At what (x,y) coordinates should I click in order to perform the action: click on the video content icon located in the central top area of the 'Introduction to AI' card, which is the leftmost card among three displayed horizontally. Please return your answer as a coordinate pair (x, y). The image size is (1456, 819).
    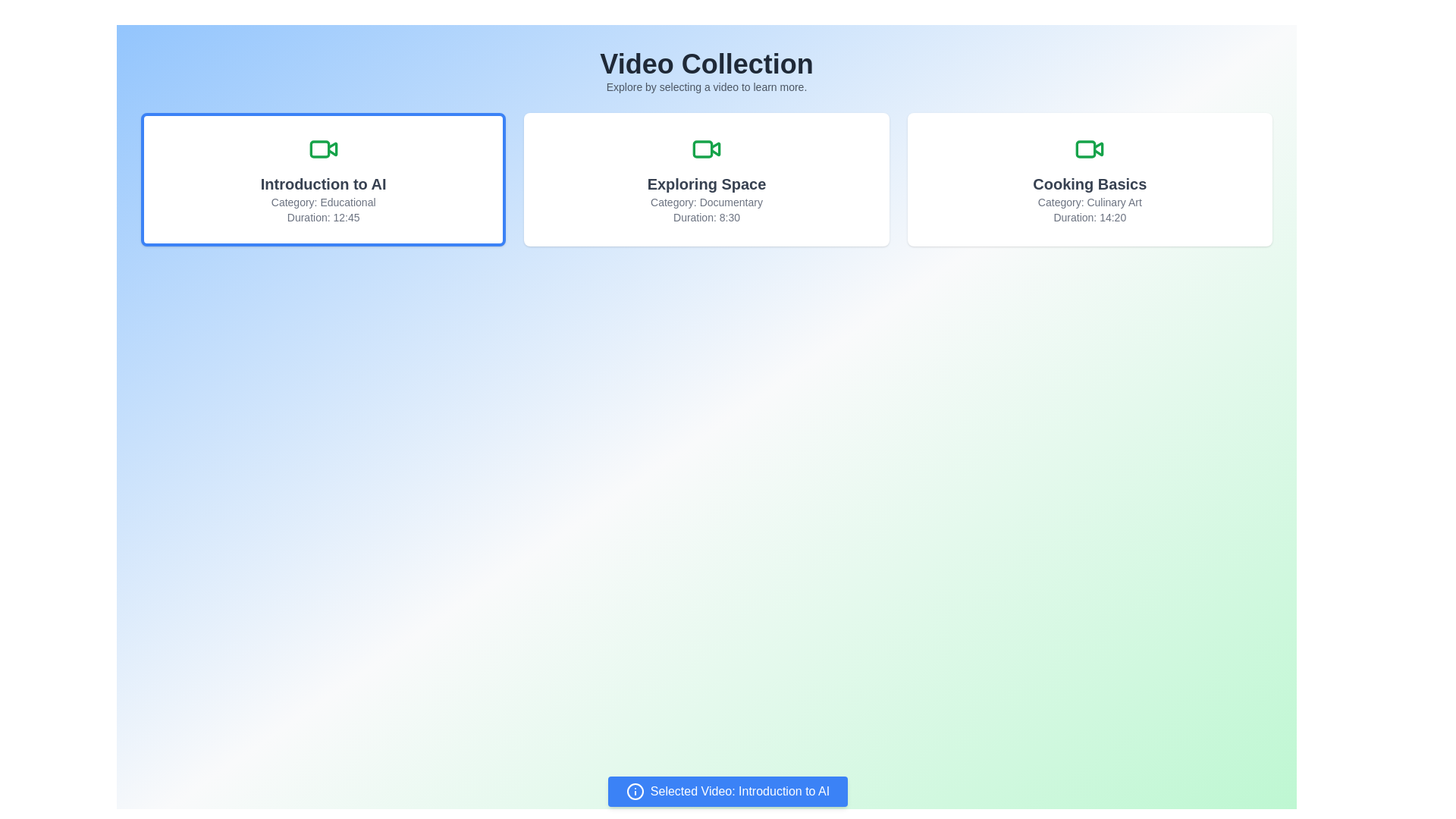
    Looking at the image, I should click on (322, 149).